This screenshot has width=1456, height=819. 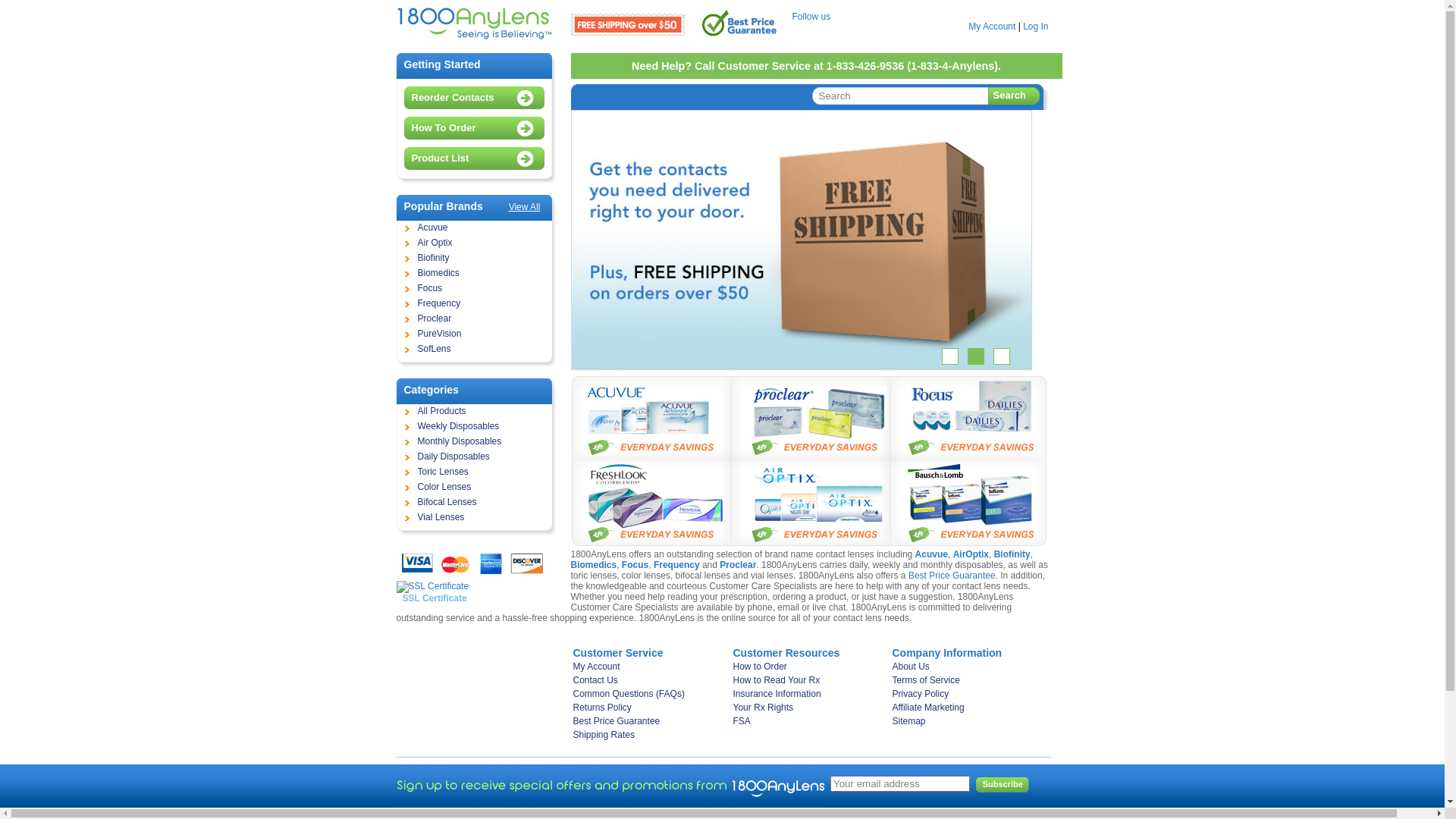 I want to click on 'Toric Lenses', so click(x=397, y=472).